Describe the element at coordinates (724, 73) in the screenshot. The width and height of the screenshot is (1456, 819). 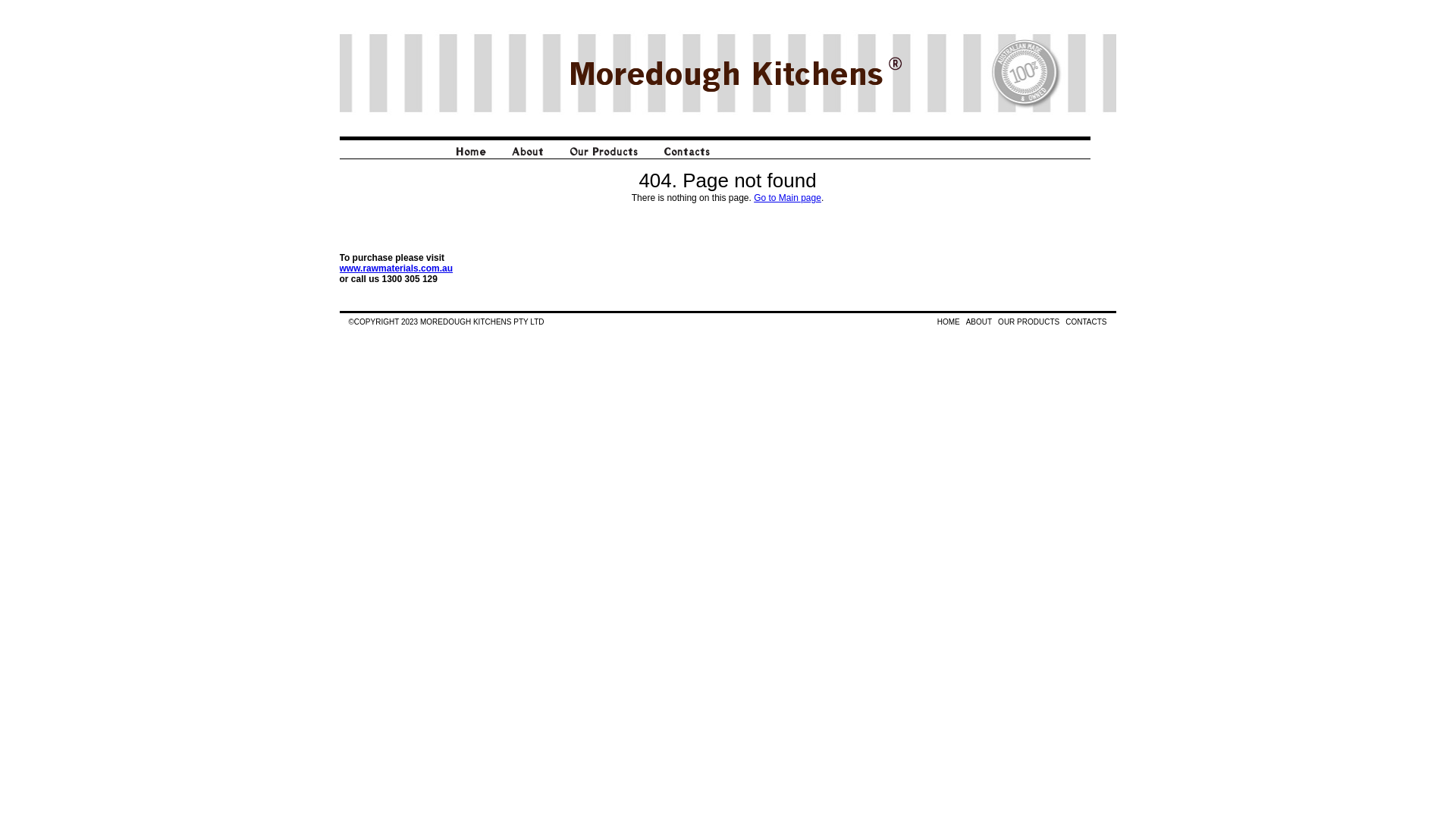
I see `'Moredough Kitchens'` at that location.